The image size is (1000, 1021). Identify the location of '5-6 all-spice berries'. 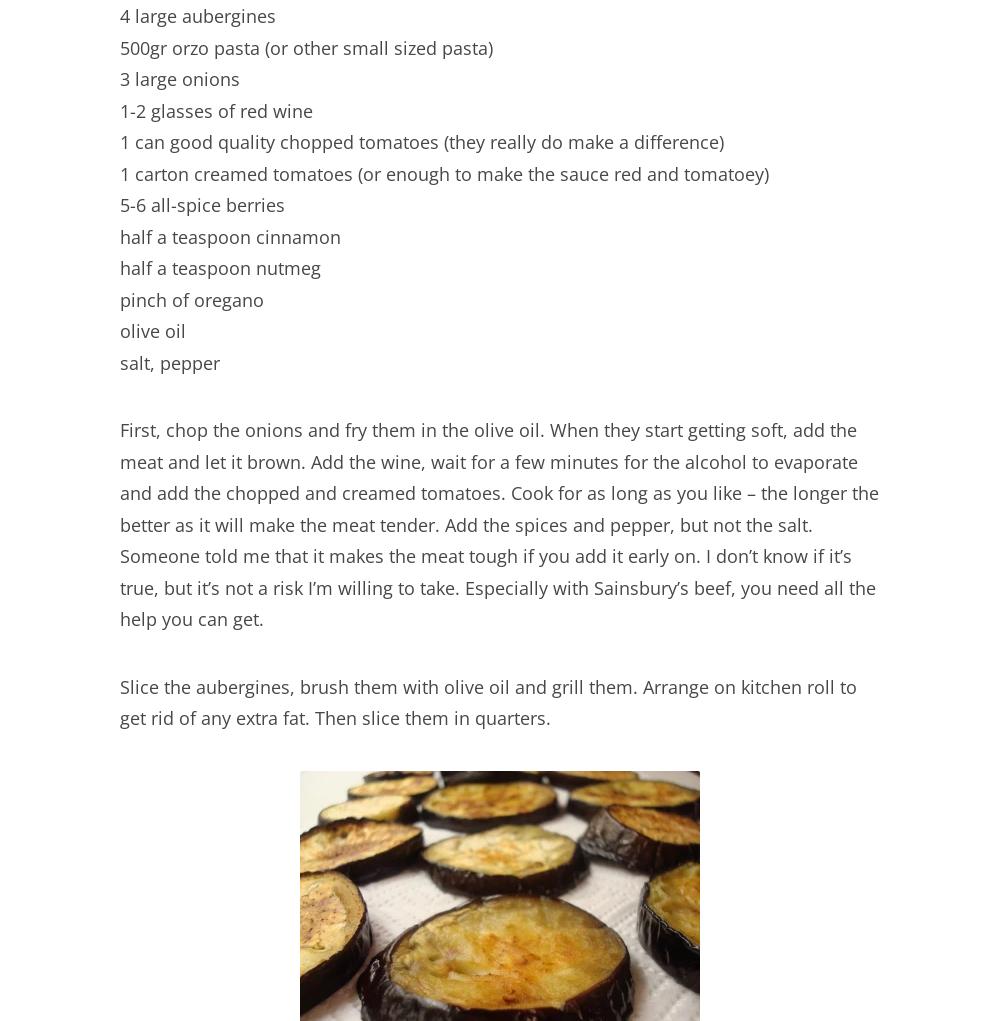
(201, 205).